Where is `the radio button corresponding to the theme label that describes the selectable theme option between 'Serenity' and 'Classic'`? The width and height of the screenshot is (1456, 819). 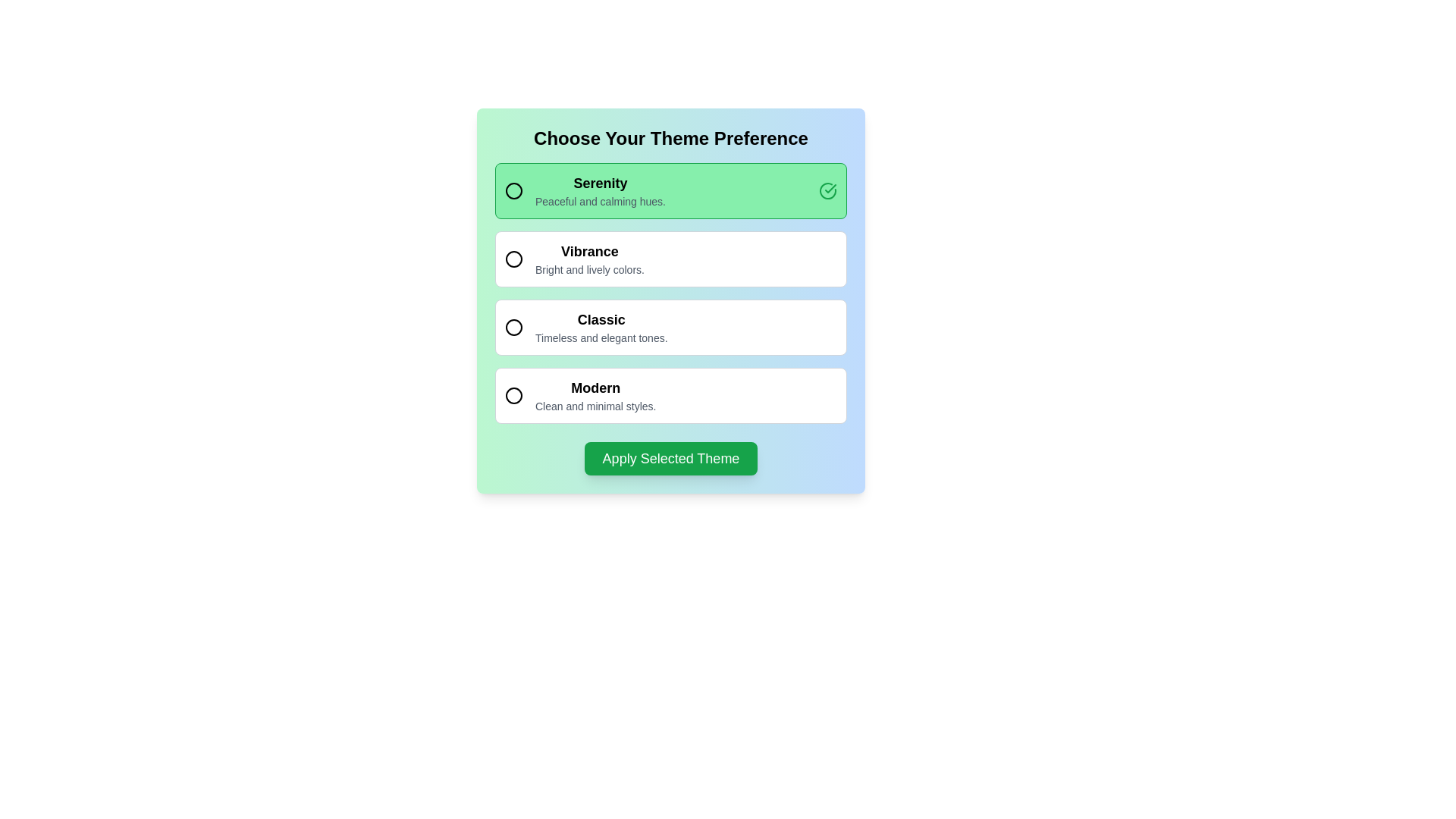 the radio button corresponding to the theme label that describes the selectable theme option between 'Serenity' and 'Classic' is located at coordinates (588, 259).